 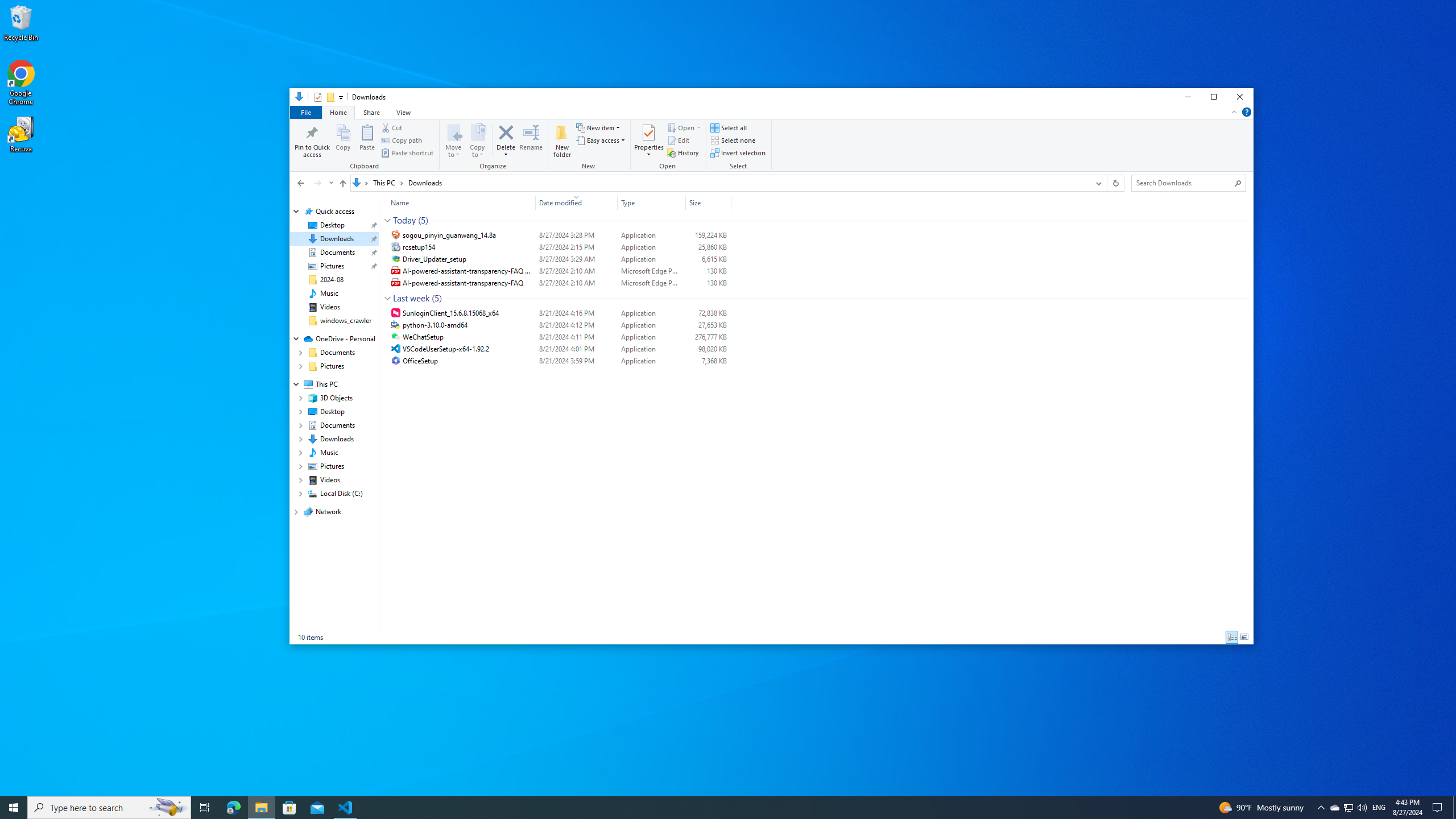 I want to click on 'Previous Locations', so click(x=1097, y=183).